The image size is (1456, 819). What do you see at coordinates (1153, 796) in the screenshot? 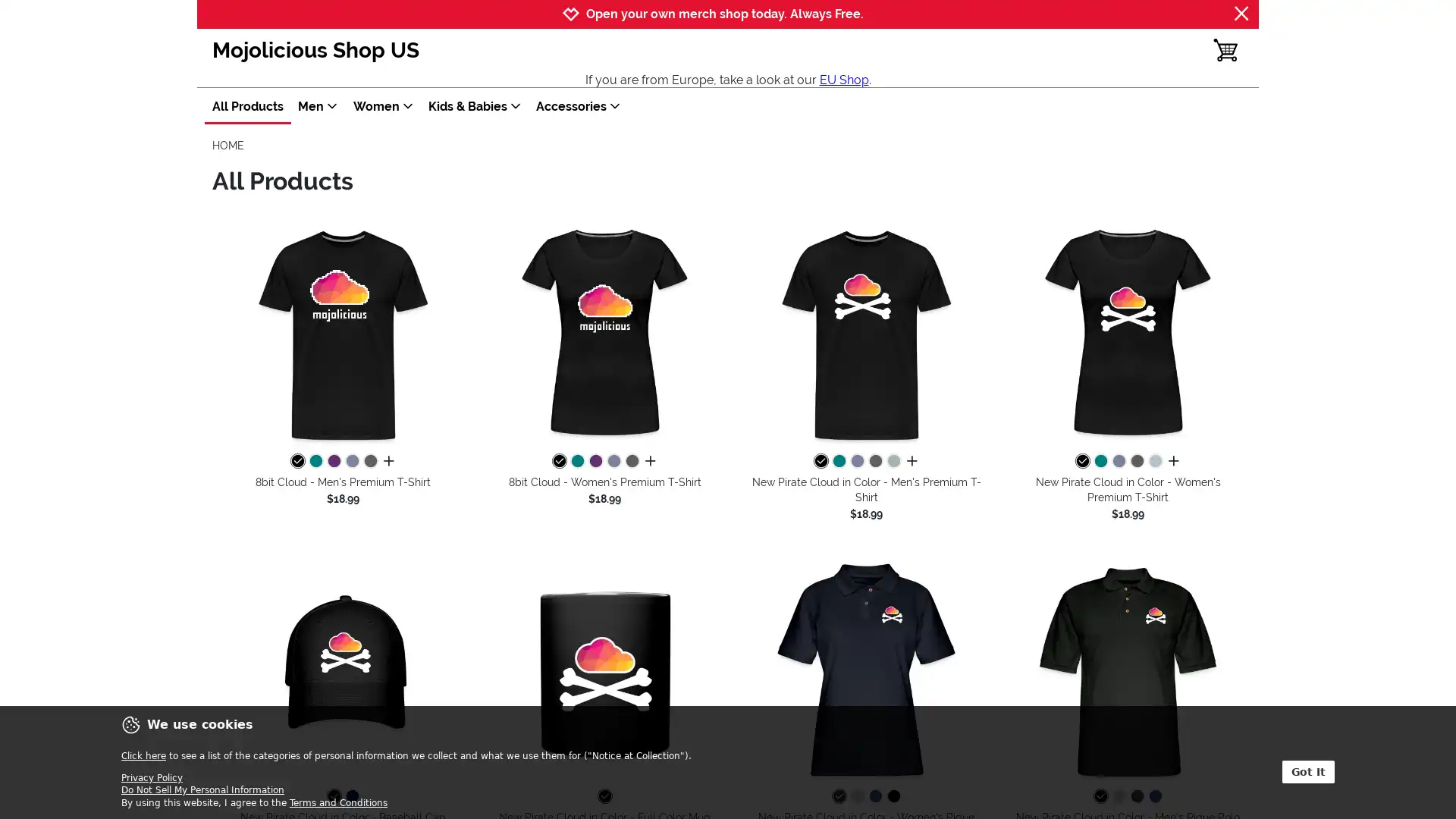
I see `royal blue` at bounding box center [1153, 796].